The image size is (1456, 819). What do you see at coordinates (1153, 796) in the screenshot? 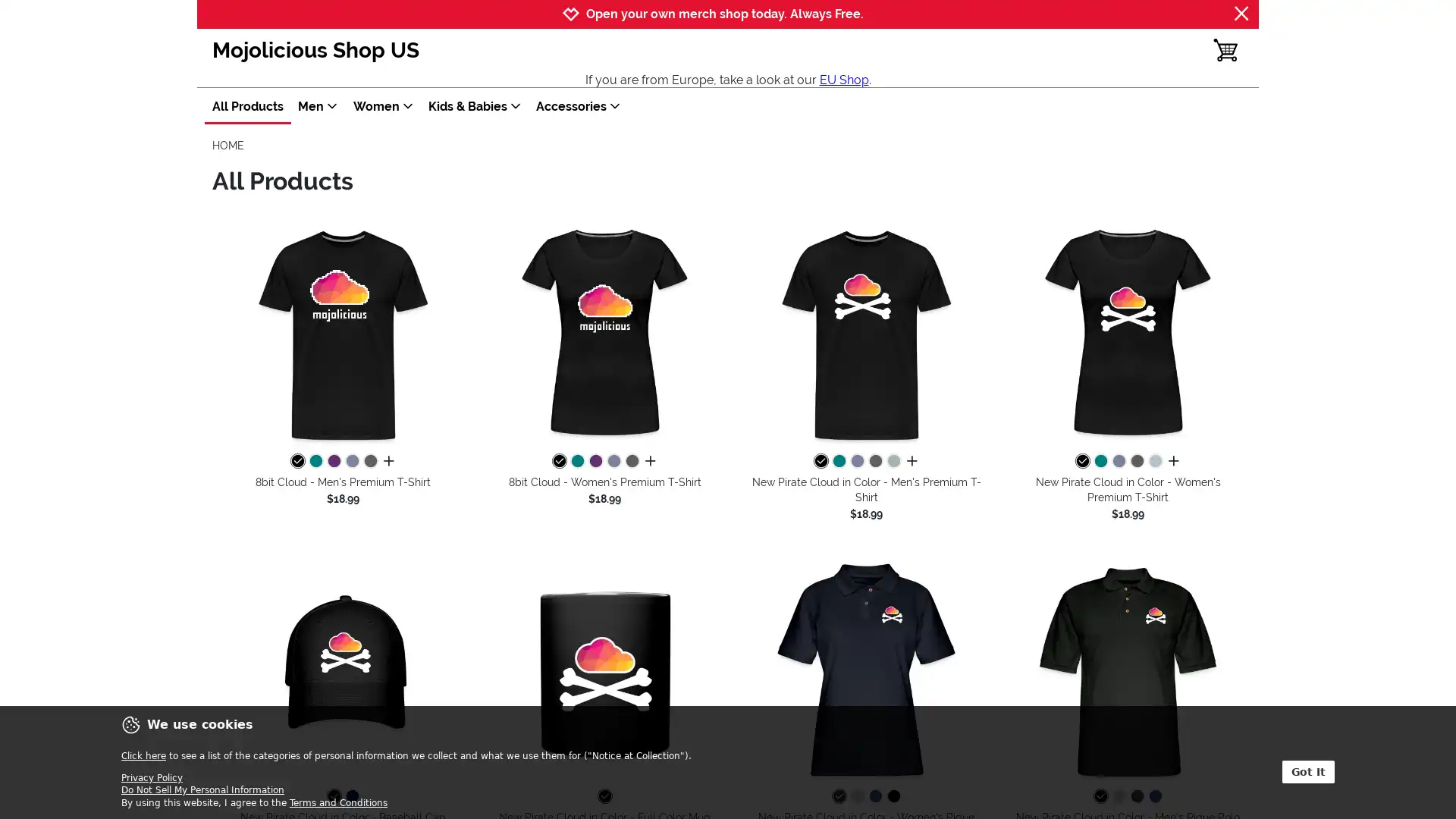
I see `royal blue` at bounding box center [1153, 796].